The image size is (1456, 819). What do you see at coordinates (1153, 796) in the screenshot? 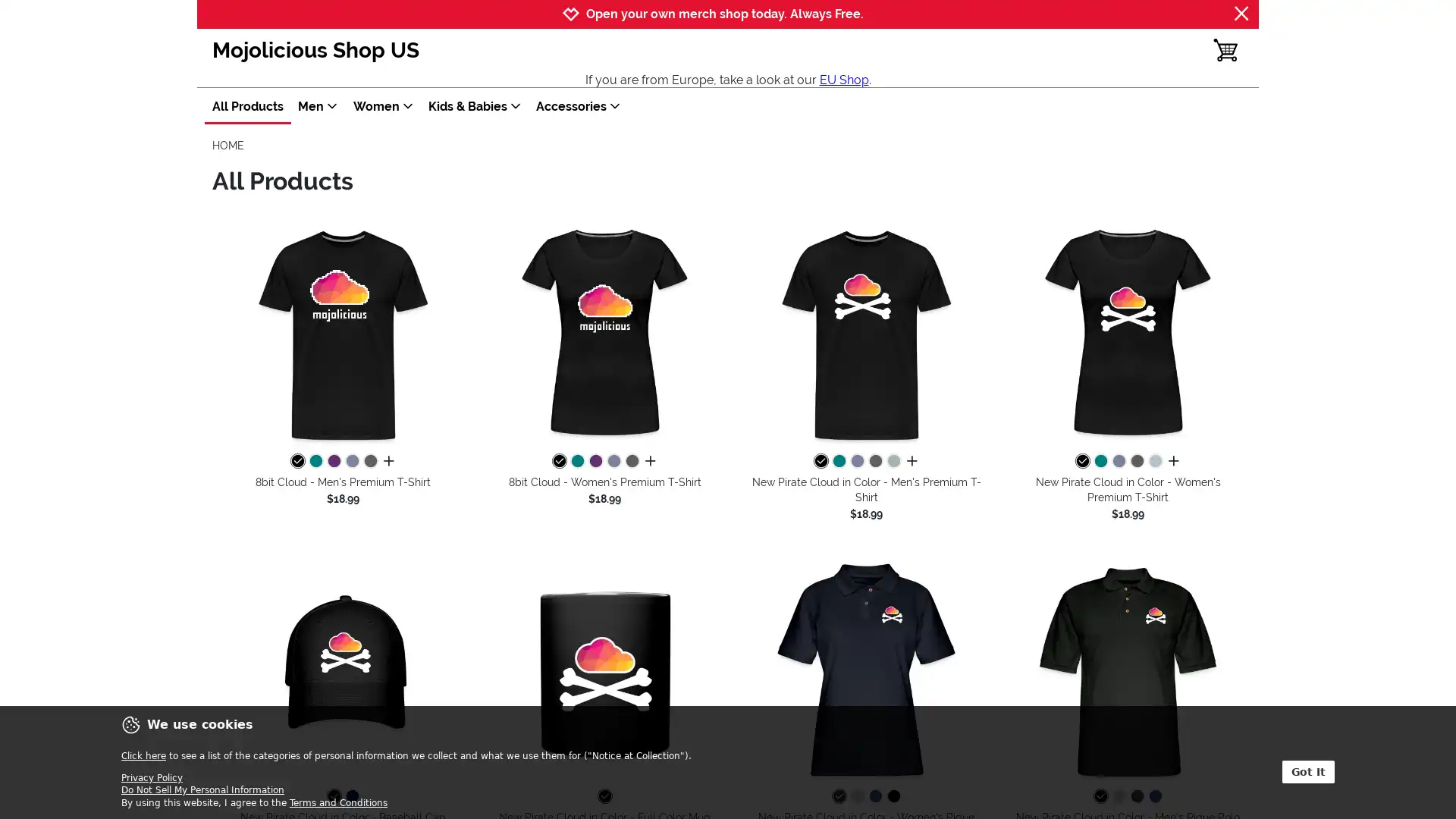
I see `royal blue` at bounding box center [1153, 796].